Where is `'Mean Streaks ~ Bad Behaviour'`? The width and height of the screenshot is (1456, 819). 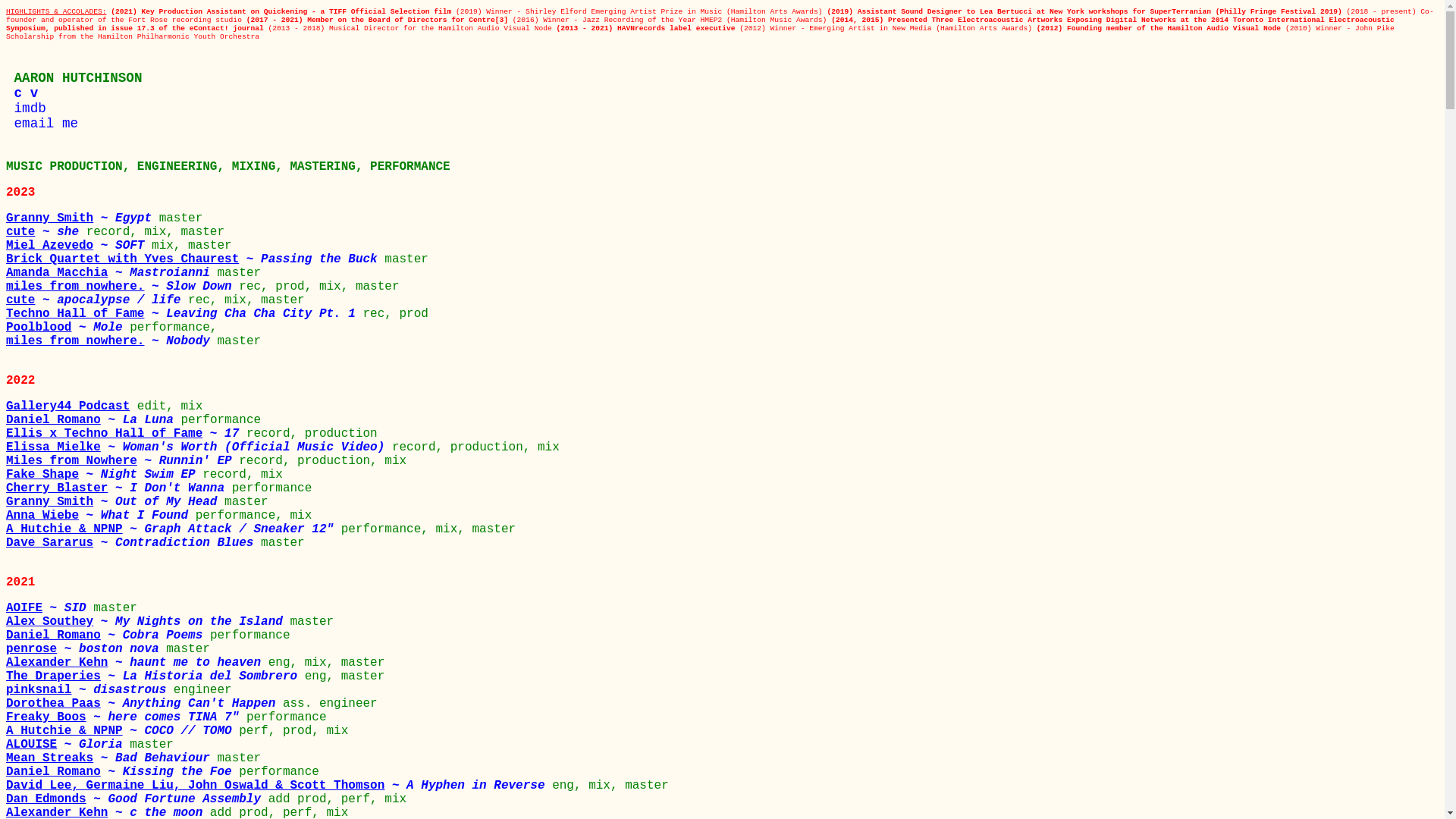 'Mean Streaks ~ Bad Behaviour' is located at coordinates (111, 758).